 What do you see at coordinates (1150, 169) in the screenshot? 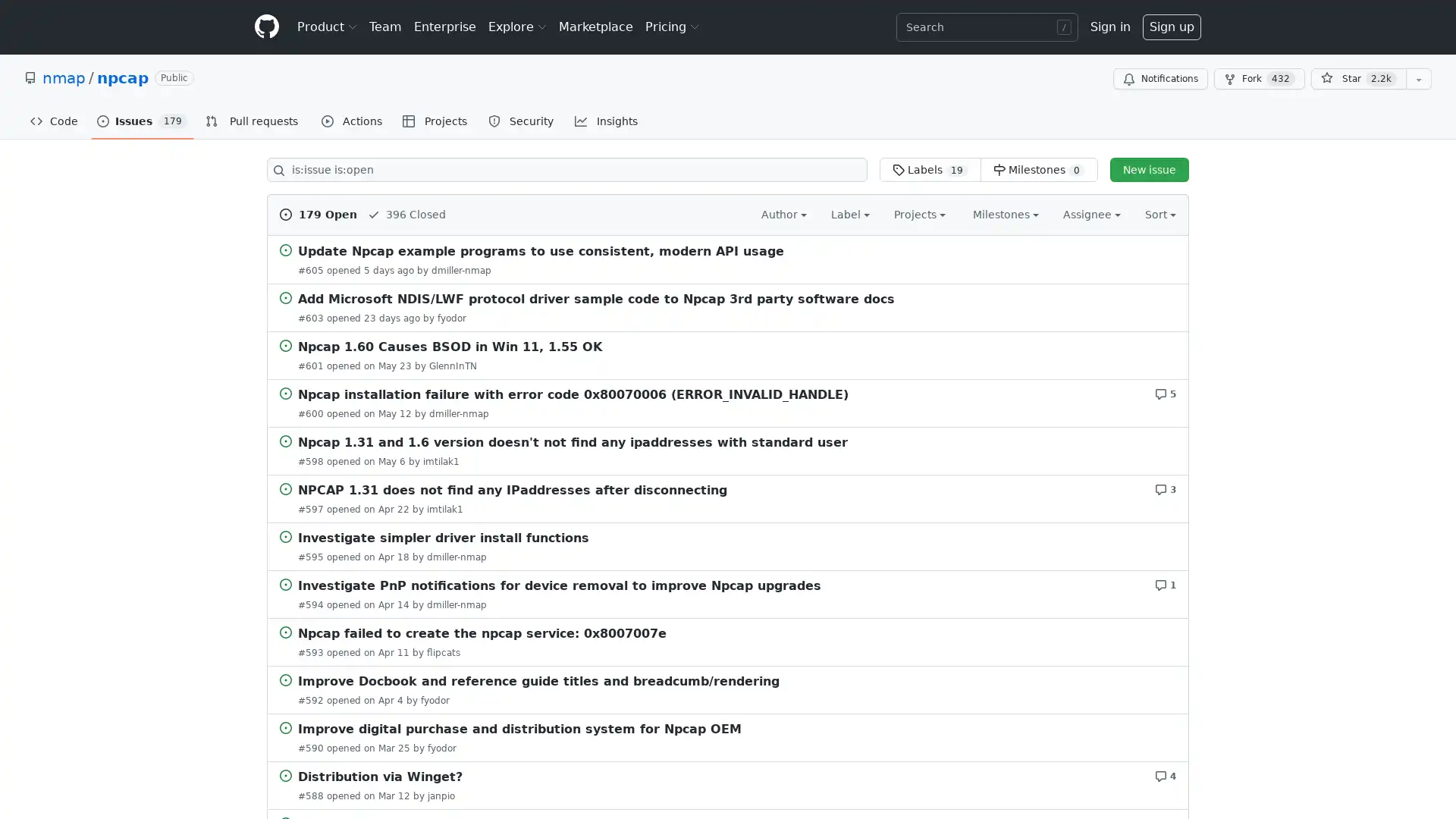
I see `New issue` at bounding box center [1150, 169].